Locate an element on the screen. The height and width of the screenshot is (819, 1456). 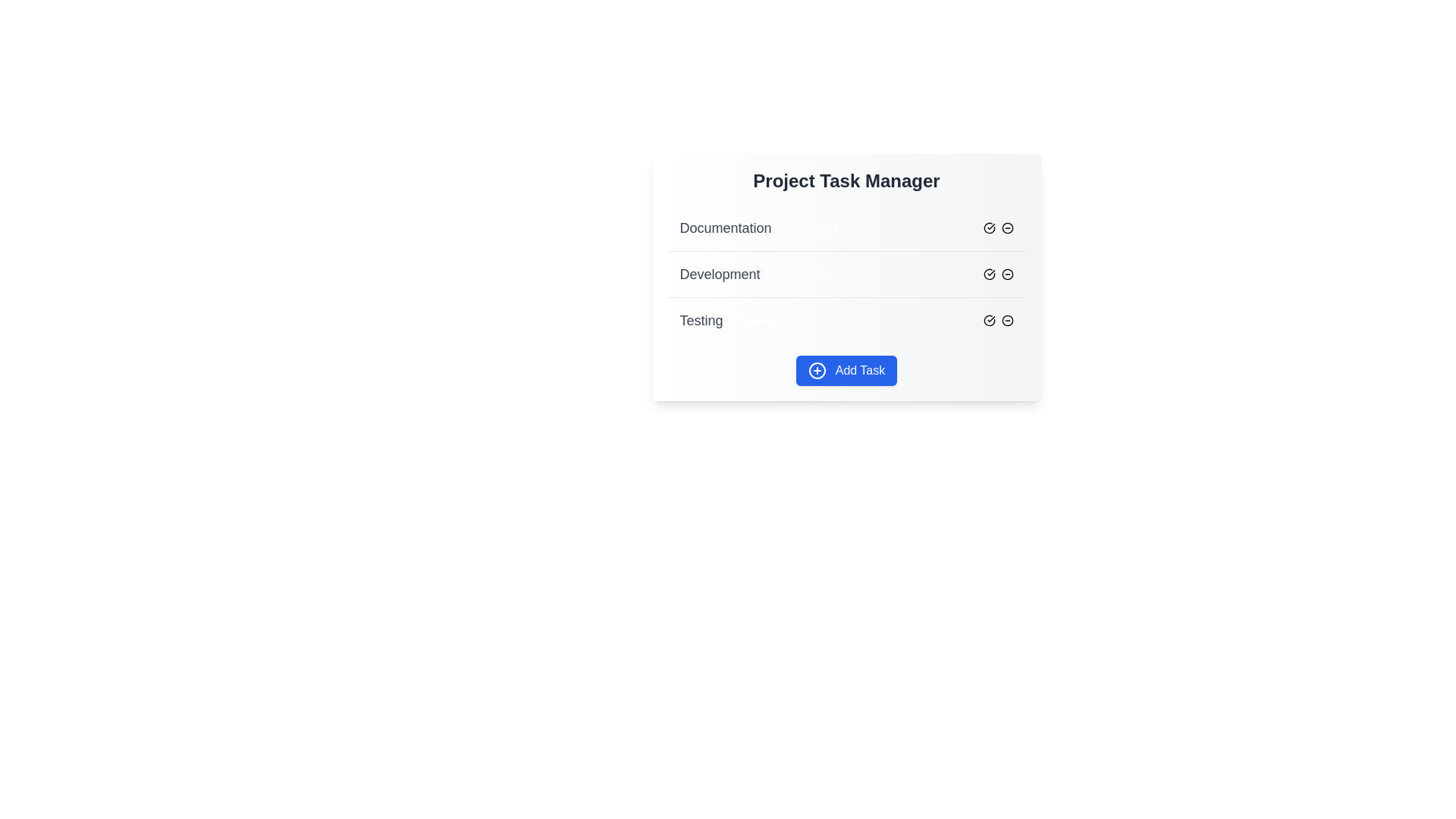
the text label 'Development' which is part of the 'Development In Progress' row in the task management section is located at coordinates (719, 275).